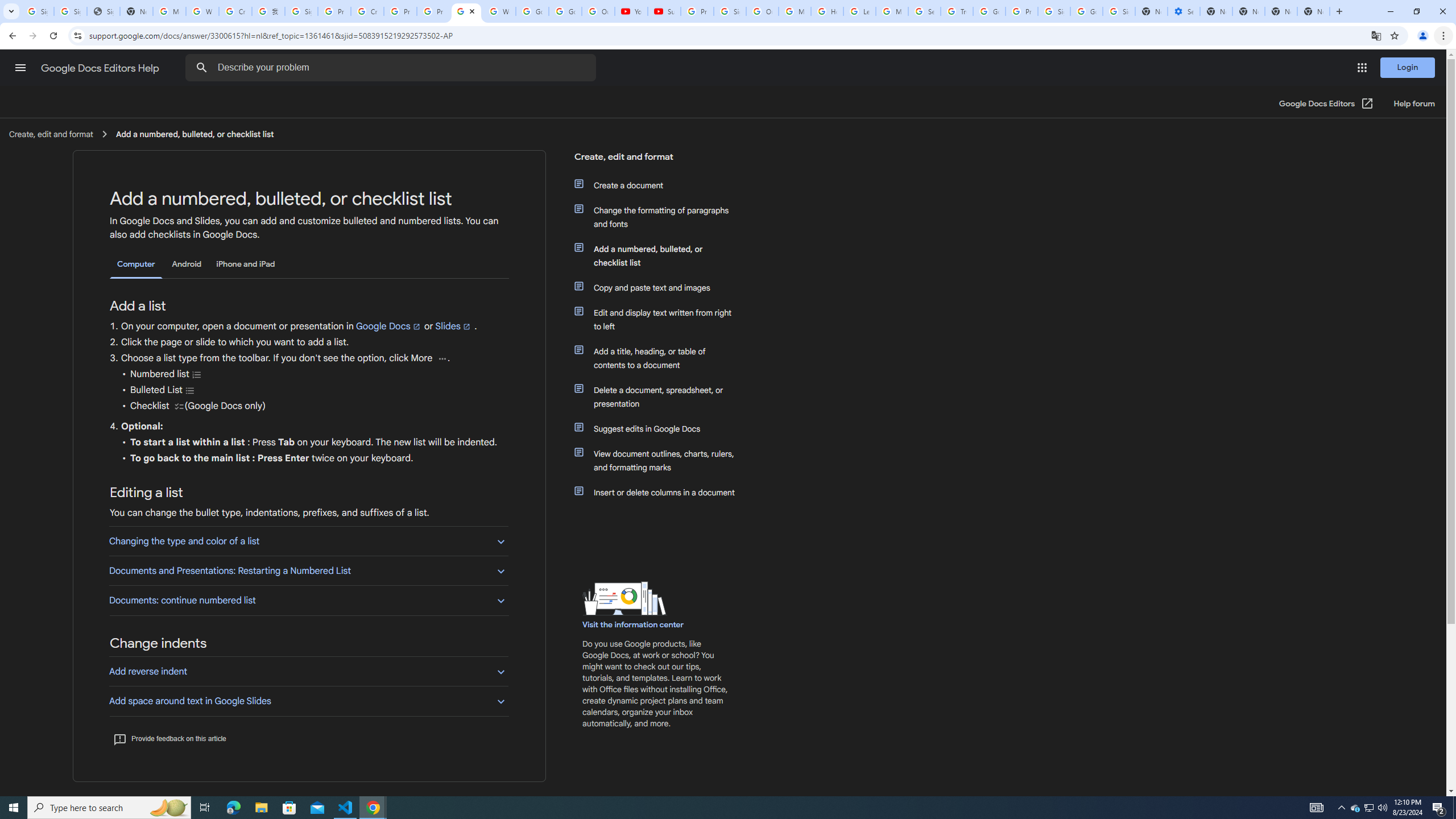 The image size is (1456, 819). What do you see at coordinates (11, 11) in the screenshot?
I see `'Search tabs'` at bounding box center [11, 11].